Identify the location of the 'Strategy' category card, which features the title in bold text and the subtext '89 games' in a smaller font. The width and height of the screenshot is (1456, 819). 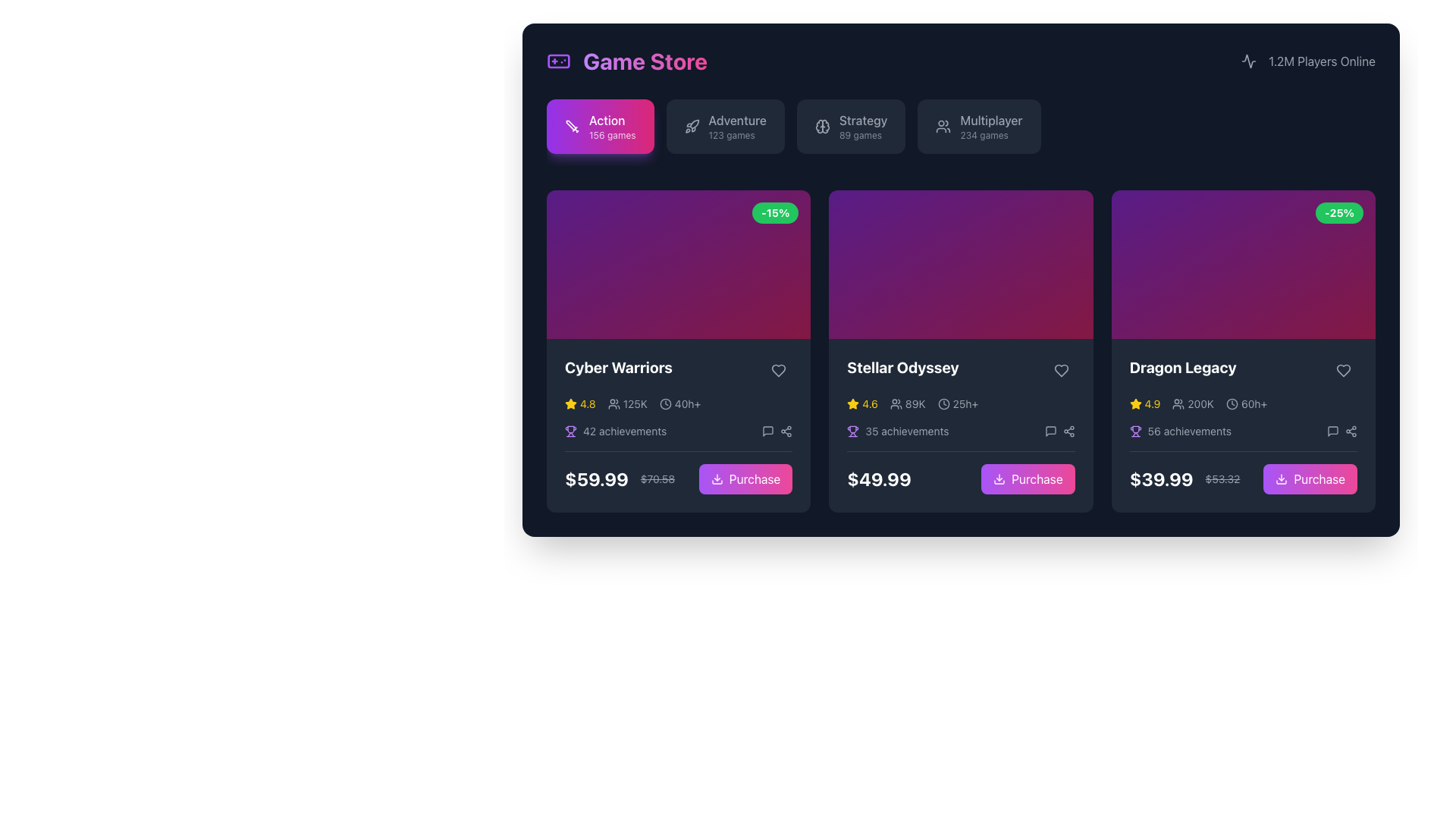
(862, 125).